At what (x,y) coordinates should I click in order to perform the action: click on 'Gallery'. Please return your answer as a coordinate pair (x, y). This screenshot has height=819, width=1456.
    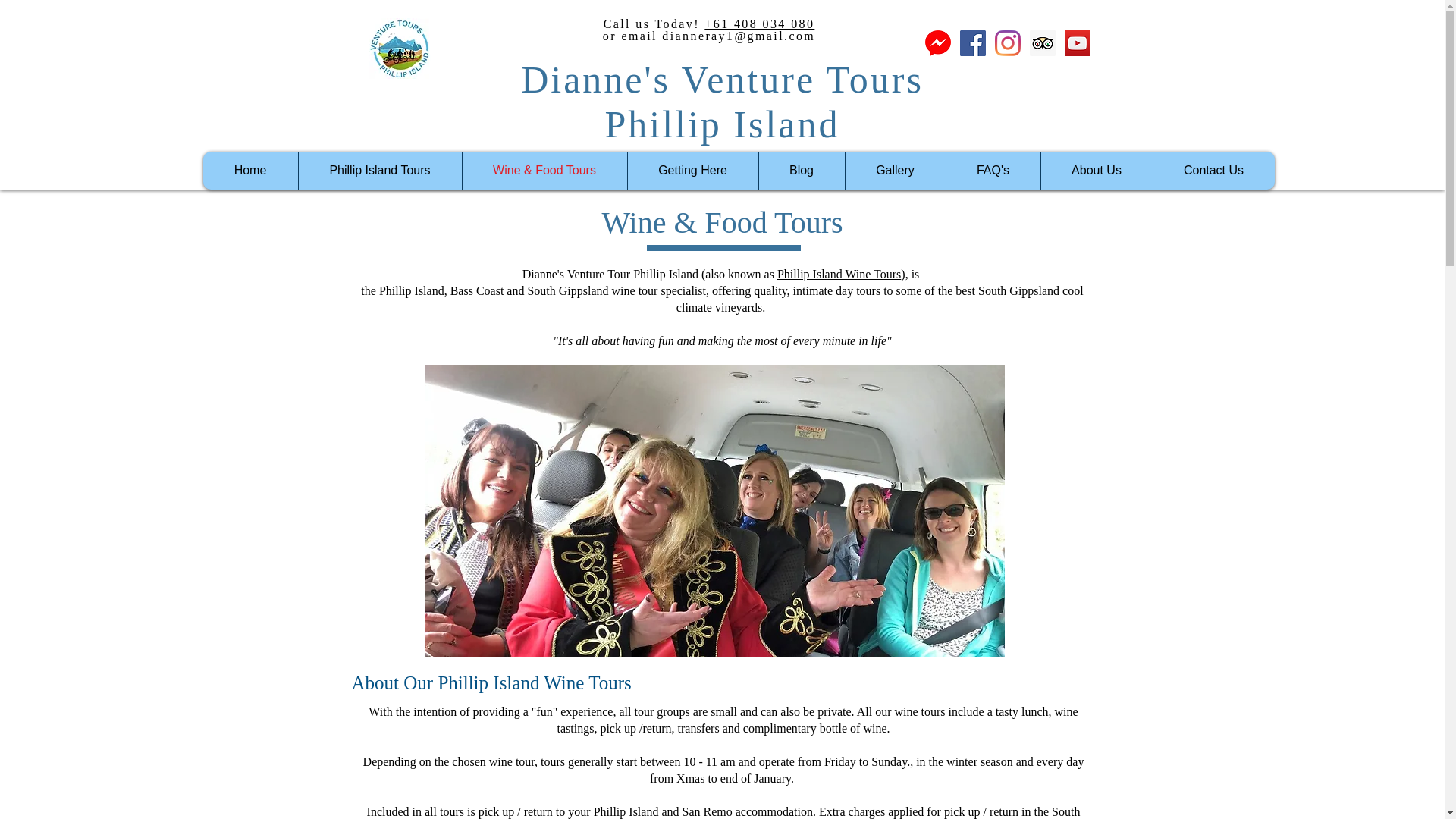
    Looking at the image, I should click on (895, 170).